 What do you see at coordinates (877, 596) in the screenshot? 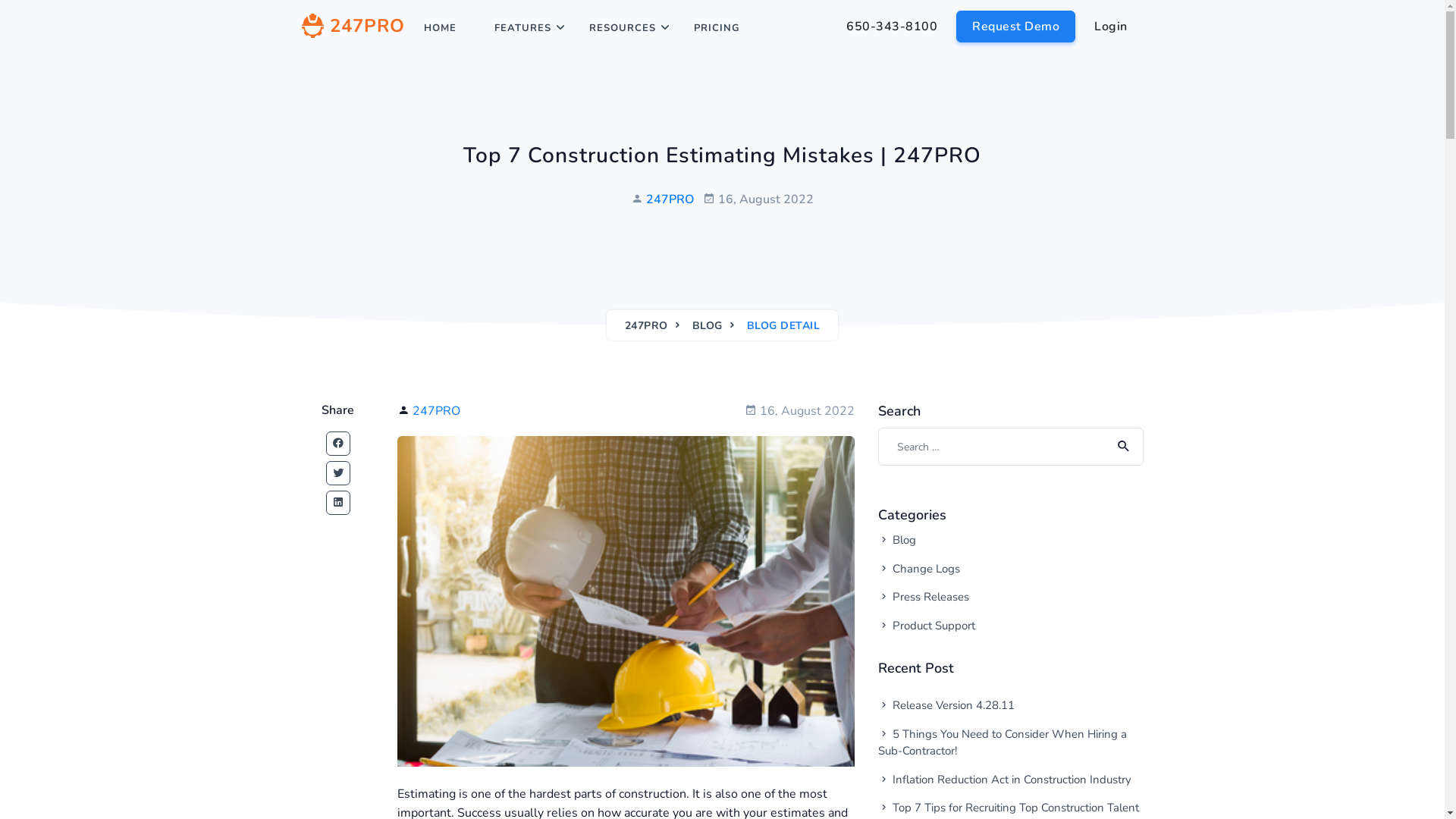
I see `'Press Releases'` at bounding box center [877, 596].